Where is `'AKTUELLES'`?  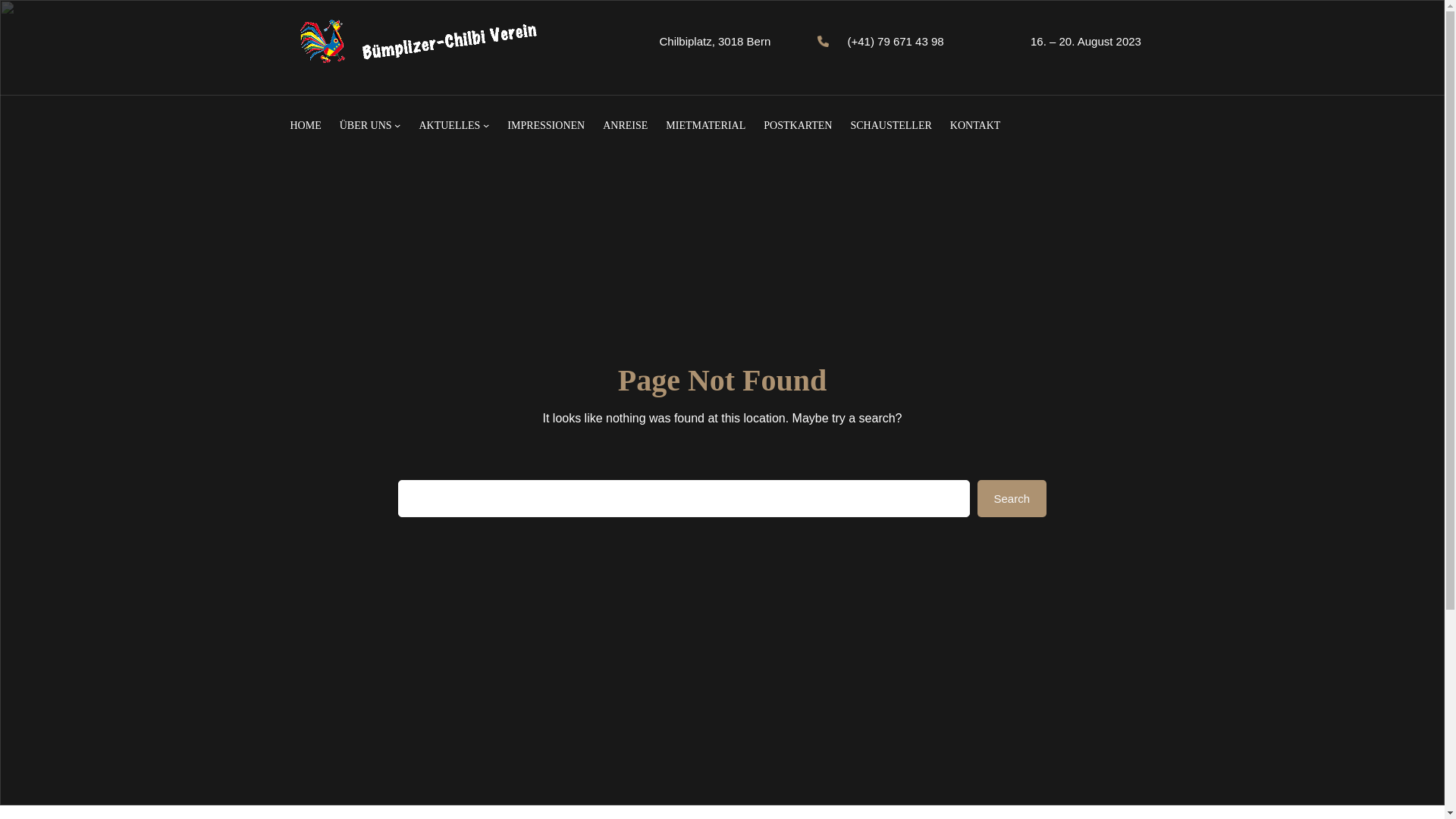 'AKTUELLES' is located at coordinates (448, 124).